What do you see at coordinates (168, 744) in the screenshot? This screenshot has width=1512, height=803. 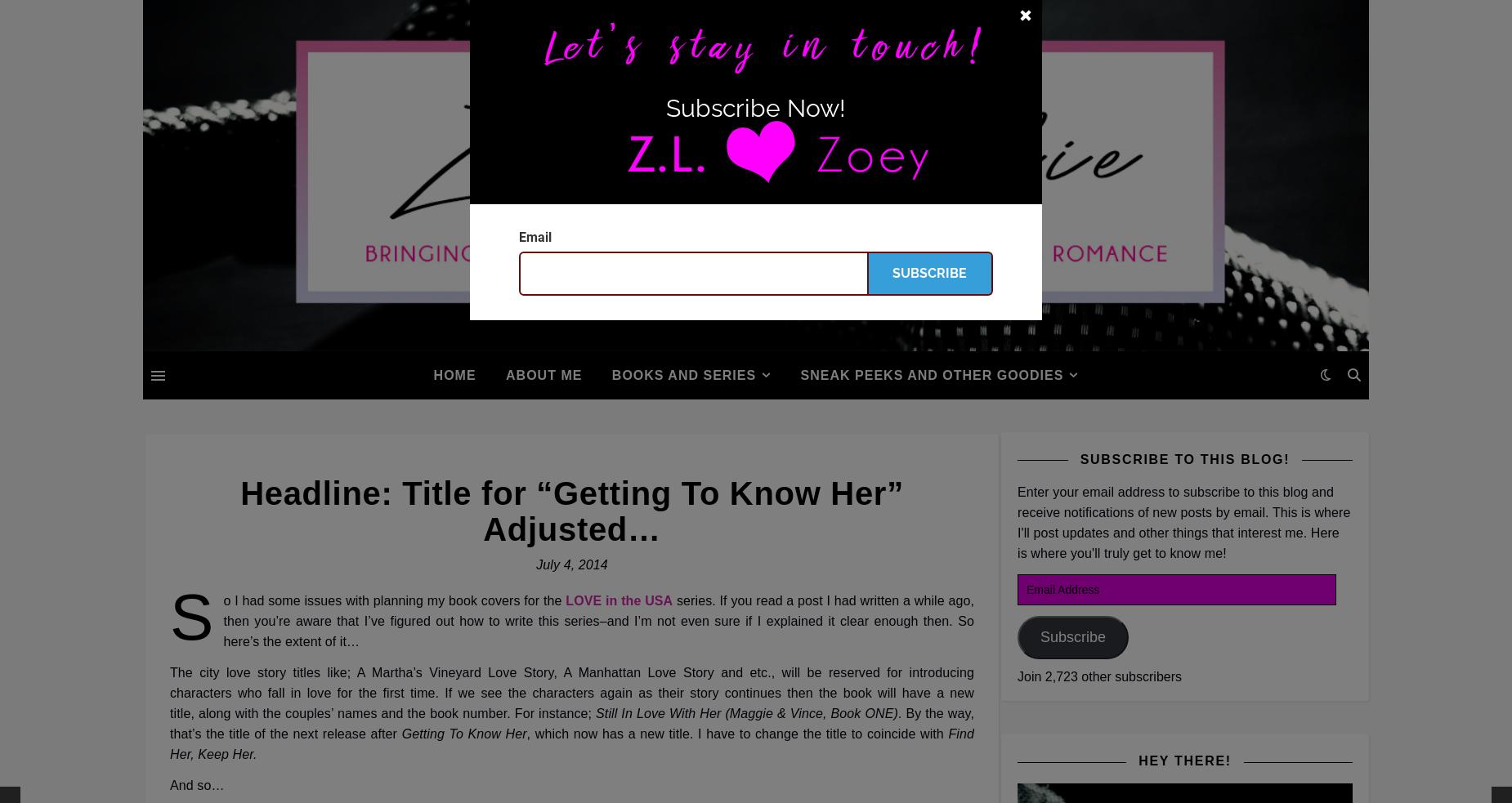 I see `'Find Her, Keep Her.'` at bounding box center [168, 744].